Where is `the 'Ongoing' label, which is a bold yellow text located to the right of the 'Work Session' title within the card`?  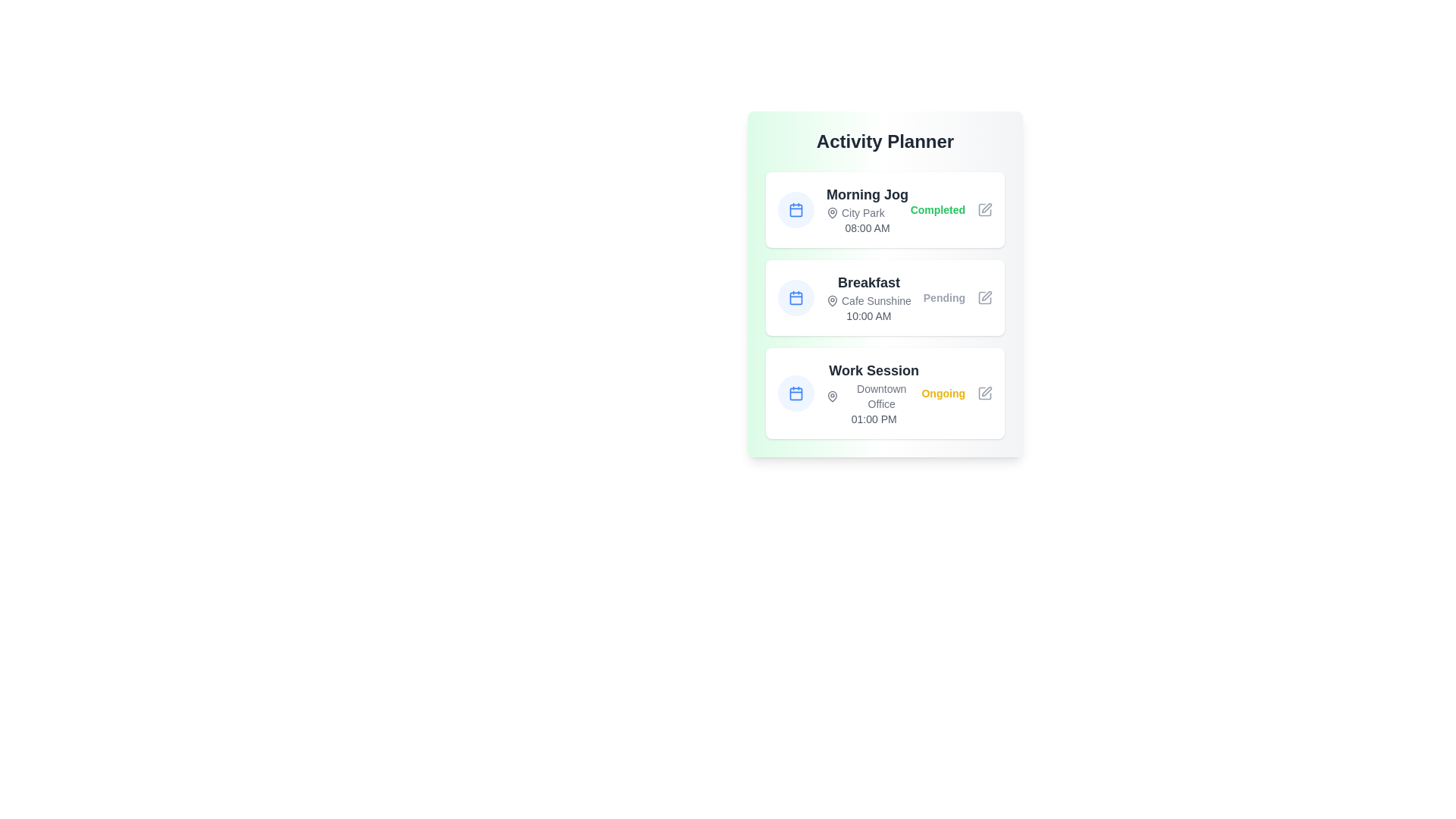 the 'Ongoing' label, which is a bold yellow text located to the right of the 'Work Session' title within the card is located at coordinates (956, 393).